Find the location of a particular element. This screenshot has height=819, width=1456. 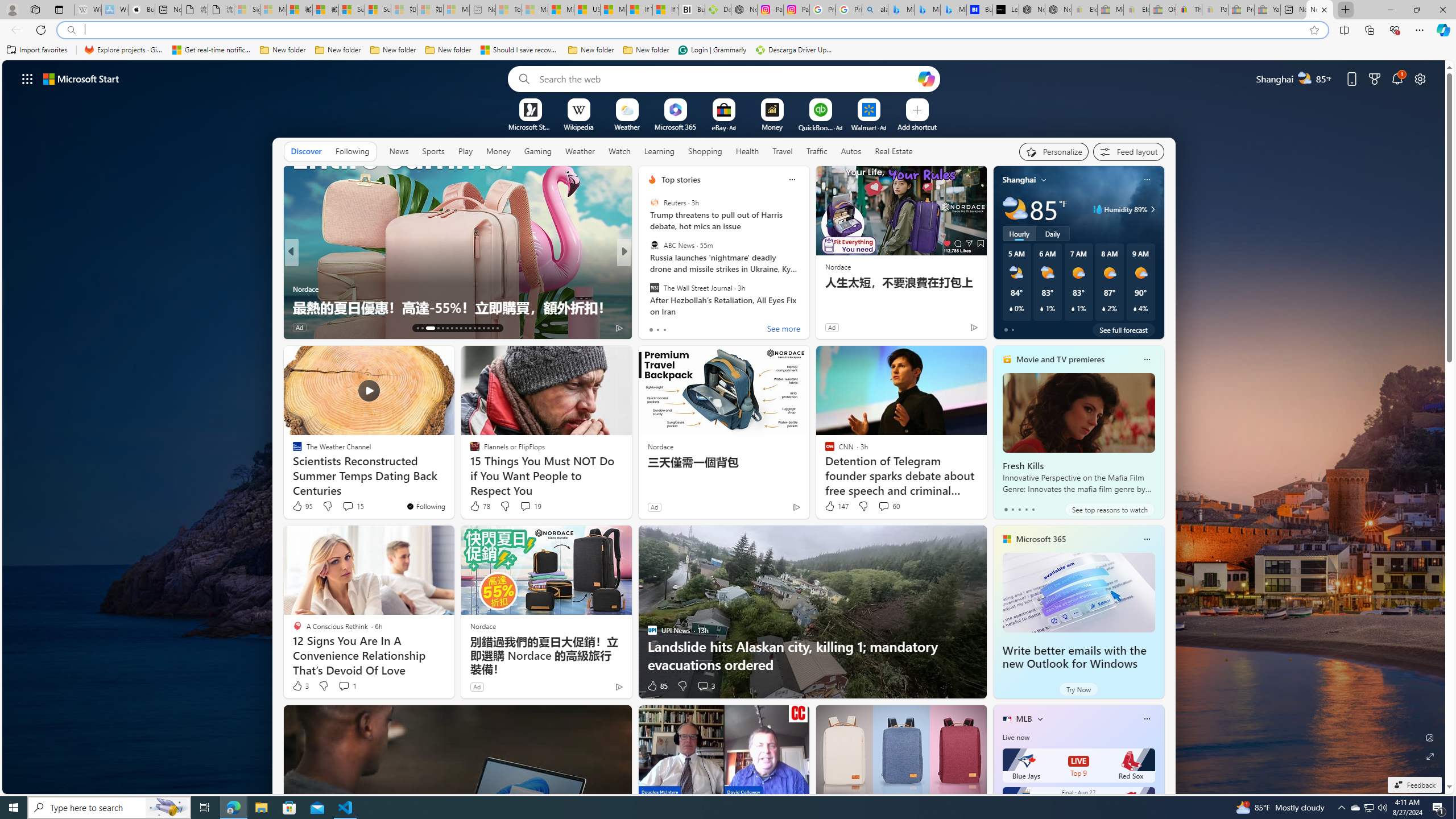

'Press Room - eBay Inc. - Sleeping' is located at coordinates (1240, 9).